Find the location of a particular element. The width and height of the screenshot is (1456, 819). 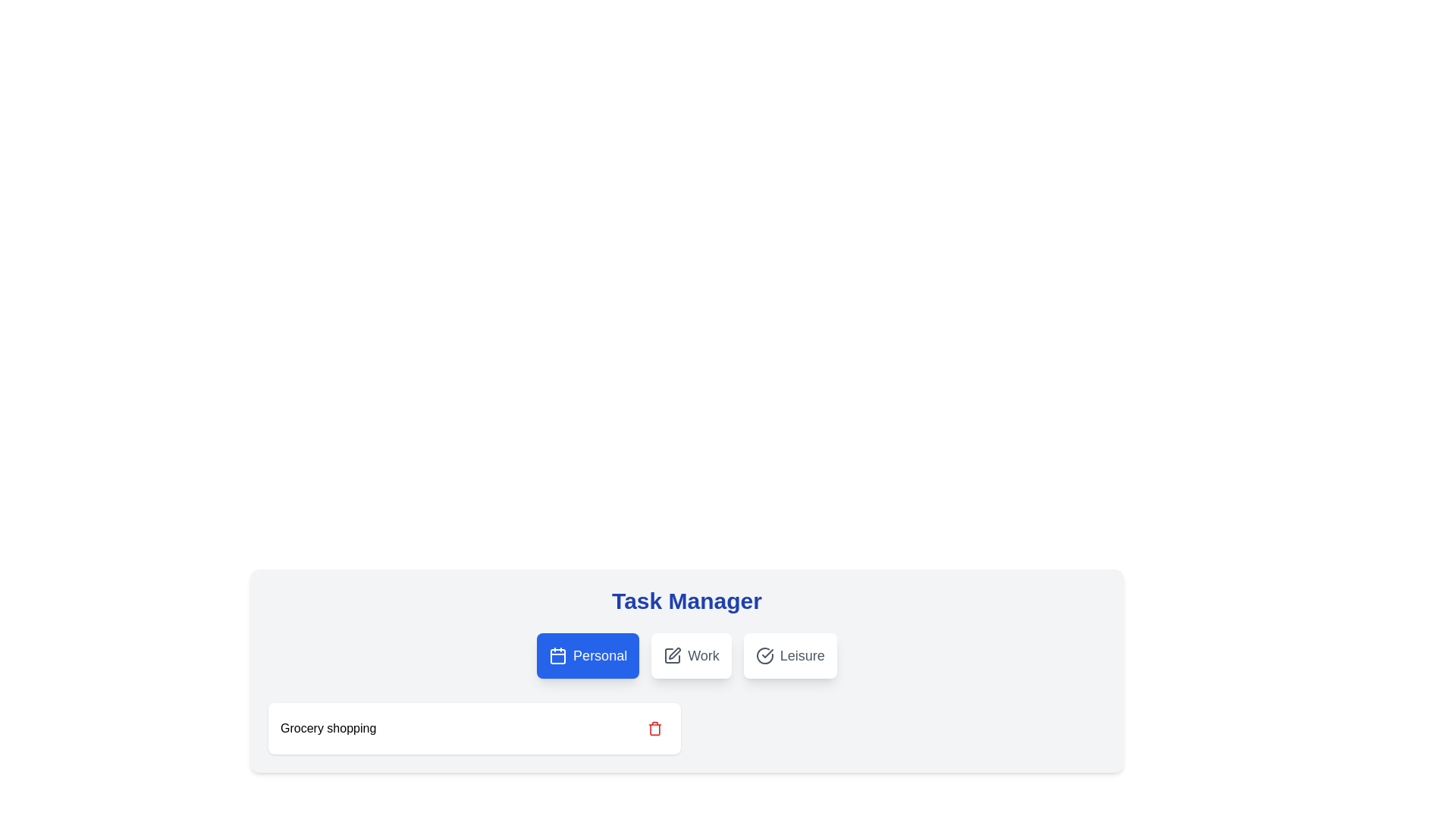

the calendar icon, which is a white icon with a square outline and a grid design, located to the left of the 'Personal' button is located at coordinates (557, 654).